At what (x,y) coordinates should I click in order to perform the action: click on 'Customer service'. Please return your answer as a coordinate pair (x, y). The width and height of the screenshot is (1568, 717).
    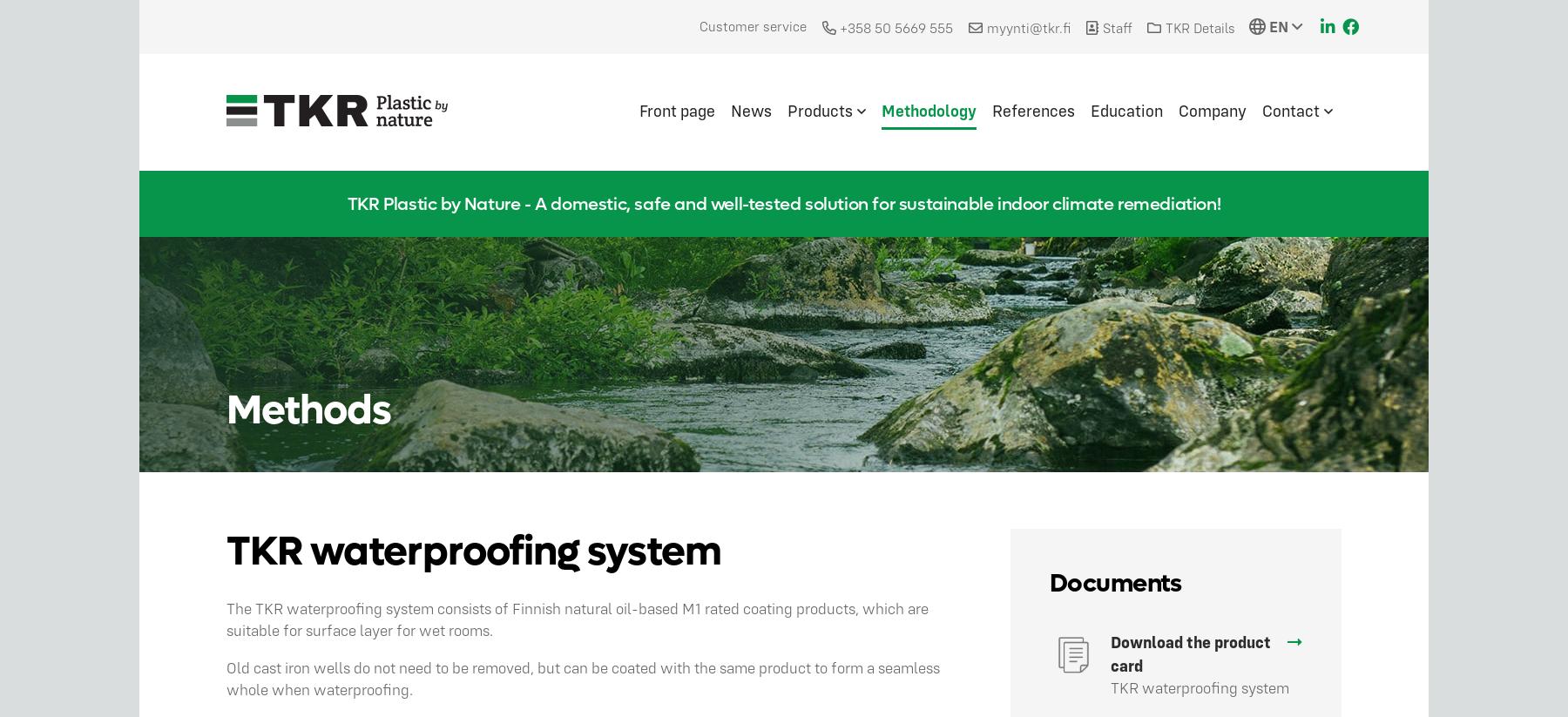
    Looking at the image, I should click on (752, 25).